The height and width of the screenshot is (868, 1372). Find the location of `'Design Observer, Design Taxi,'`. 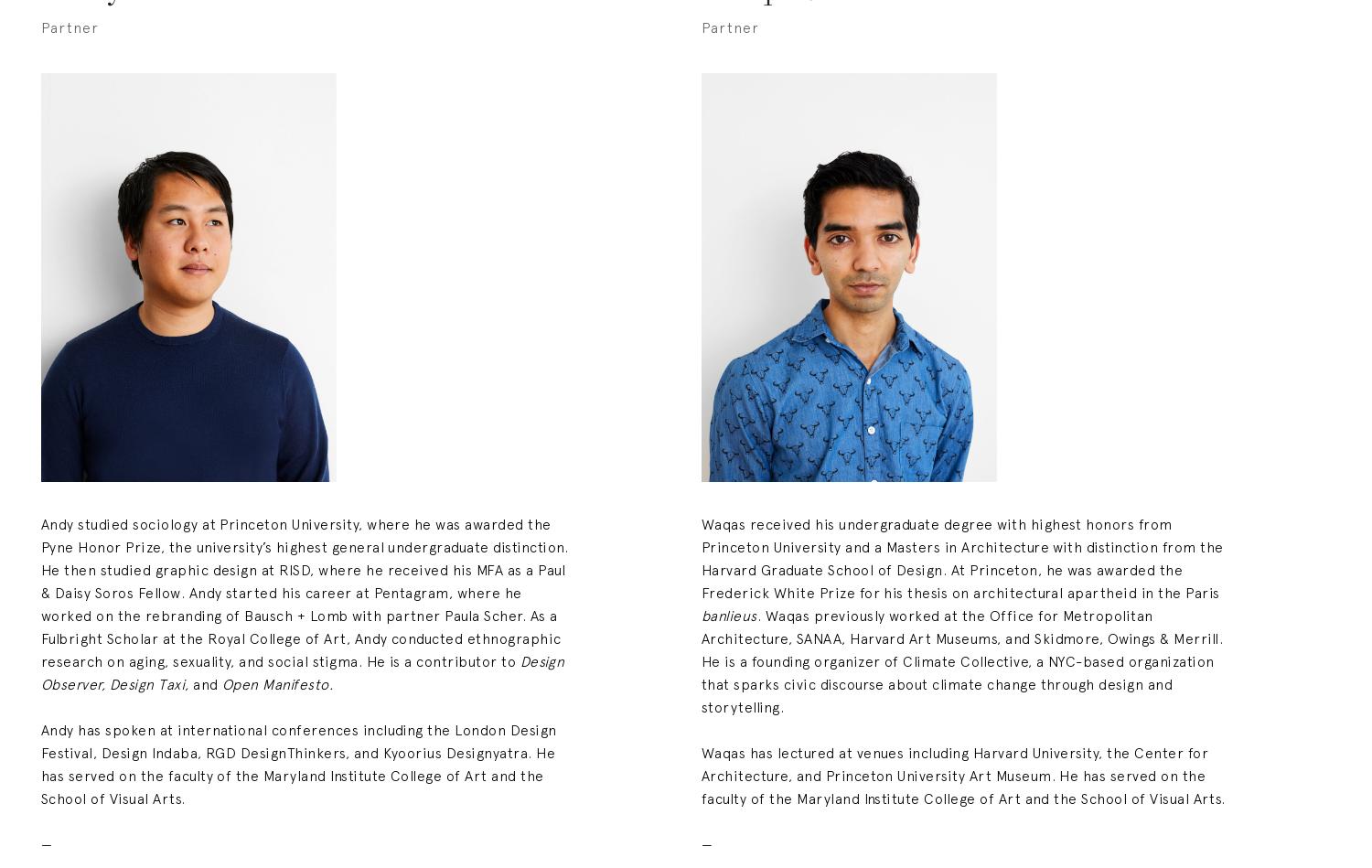

'Design Observer, Design Taxi,' is located at coordinates (304, 671).